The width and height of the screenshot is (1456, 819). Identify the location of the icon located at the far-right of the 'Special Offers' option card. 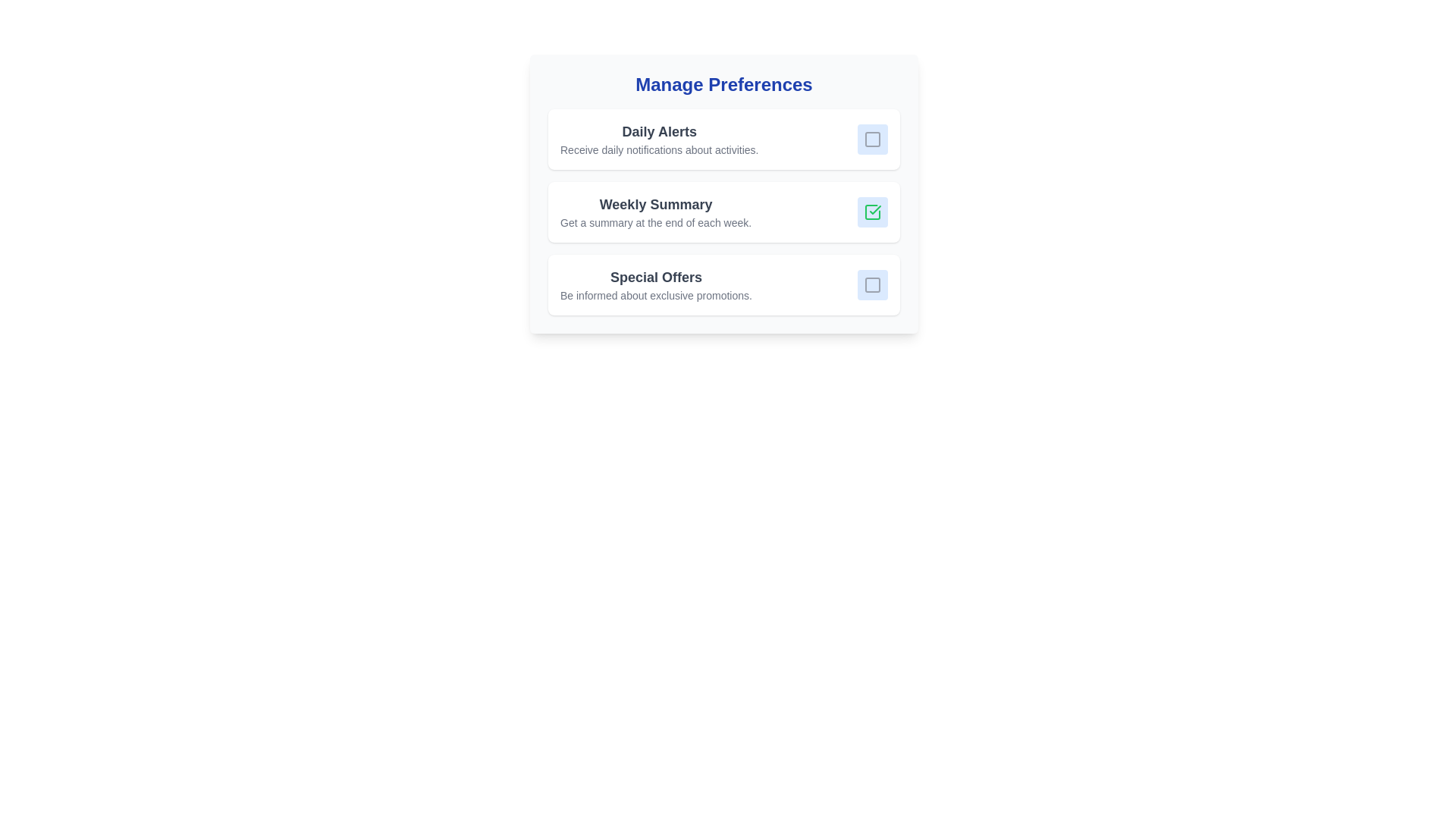
(873, 284).